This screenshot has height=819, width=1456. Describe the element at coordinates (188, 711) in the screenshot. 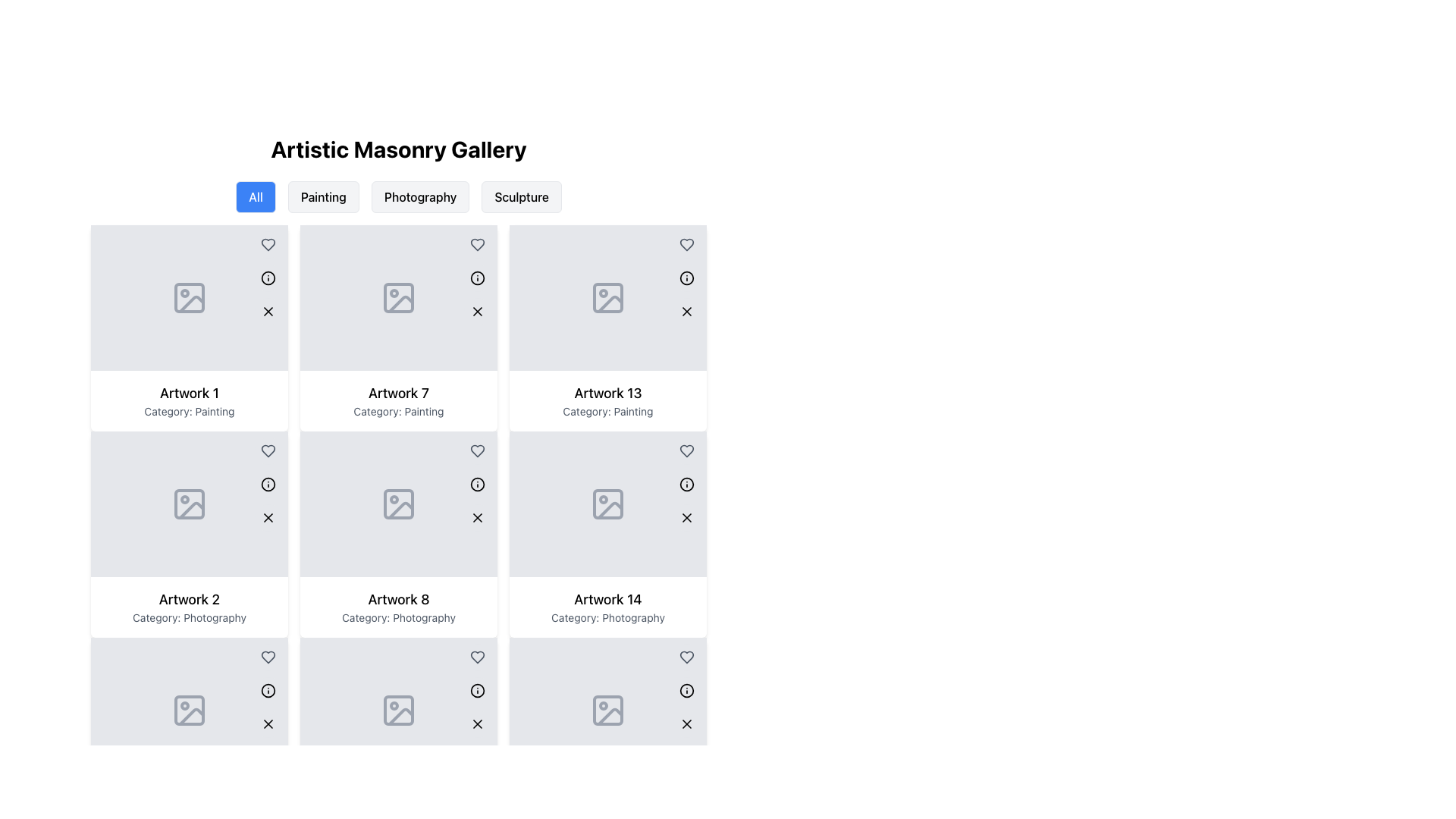

I see `the small rectangular graphical component with rounded corners located within the picture icon of the last item in the leftmost column of the gallery, beneath 'Artwork 2' and 'Category: Photography'` at that location.